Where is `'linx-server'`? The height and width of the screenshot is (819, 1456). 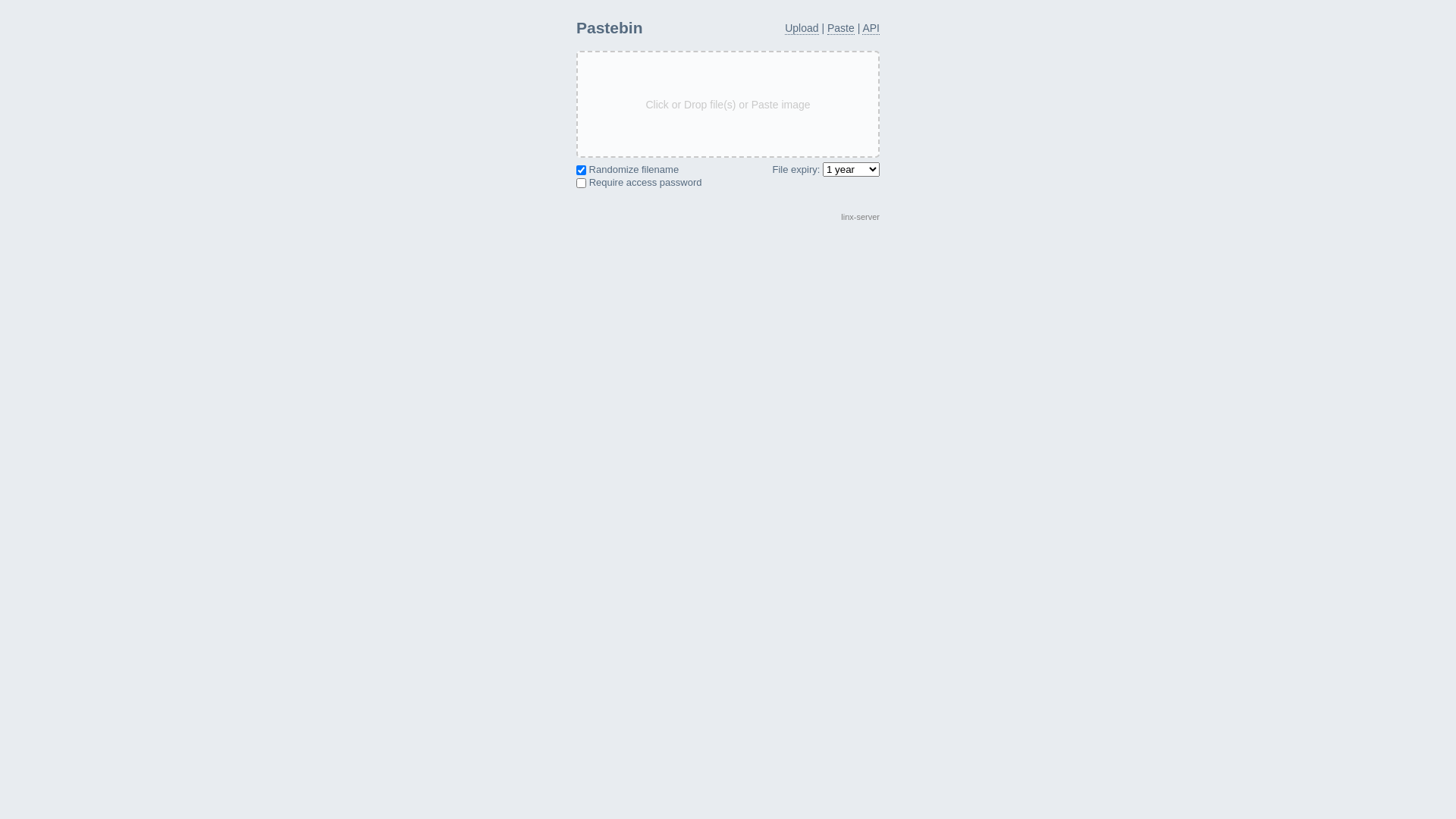 'linx-server' is located at coordinates (839, 216).